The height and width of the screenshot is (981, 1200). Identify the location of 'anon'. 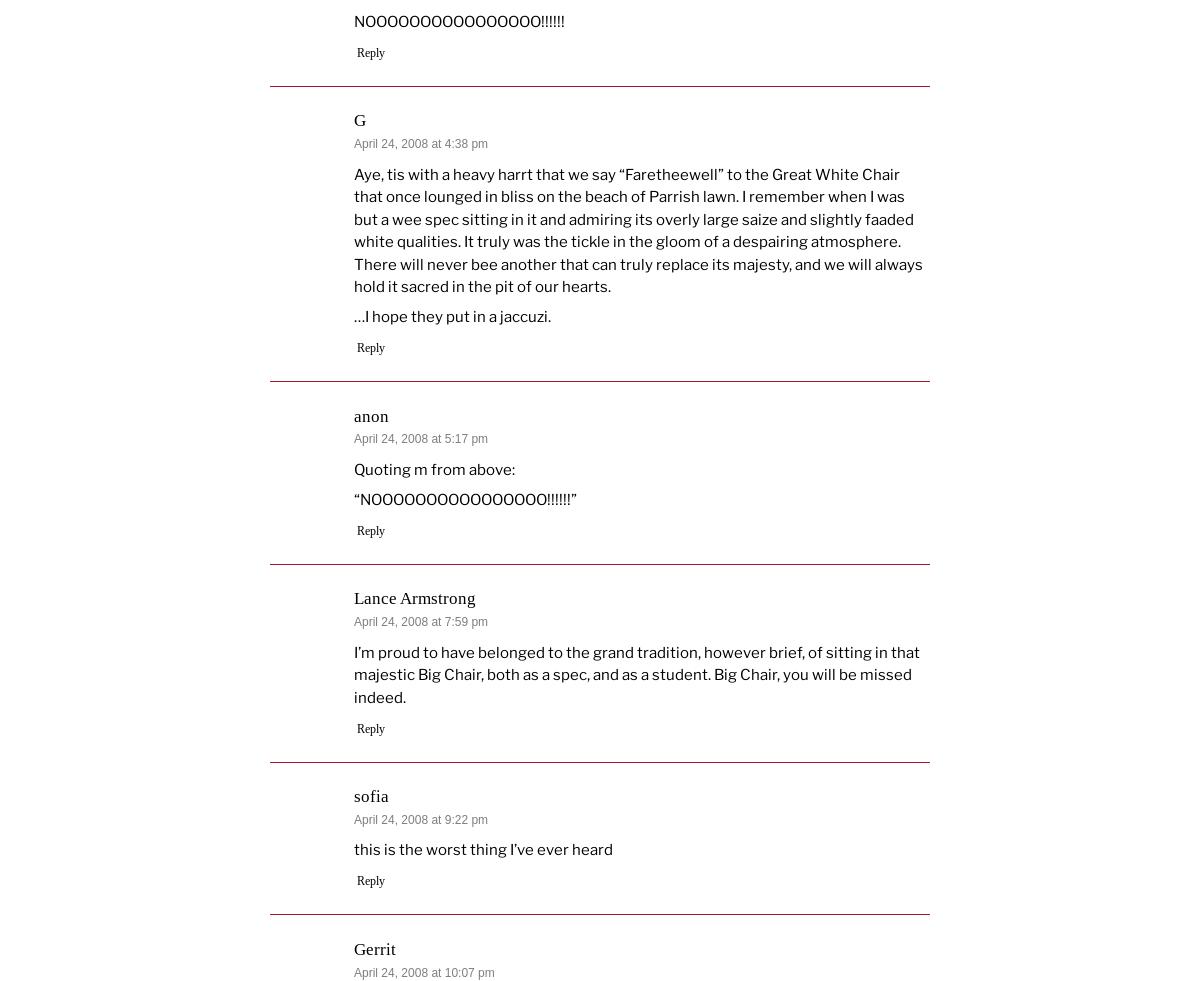
(371, 414).